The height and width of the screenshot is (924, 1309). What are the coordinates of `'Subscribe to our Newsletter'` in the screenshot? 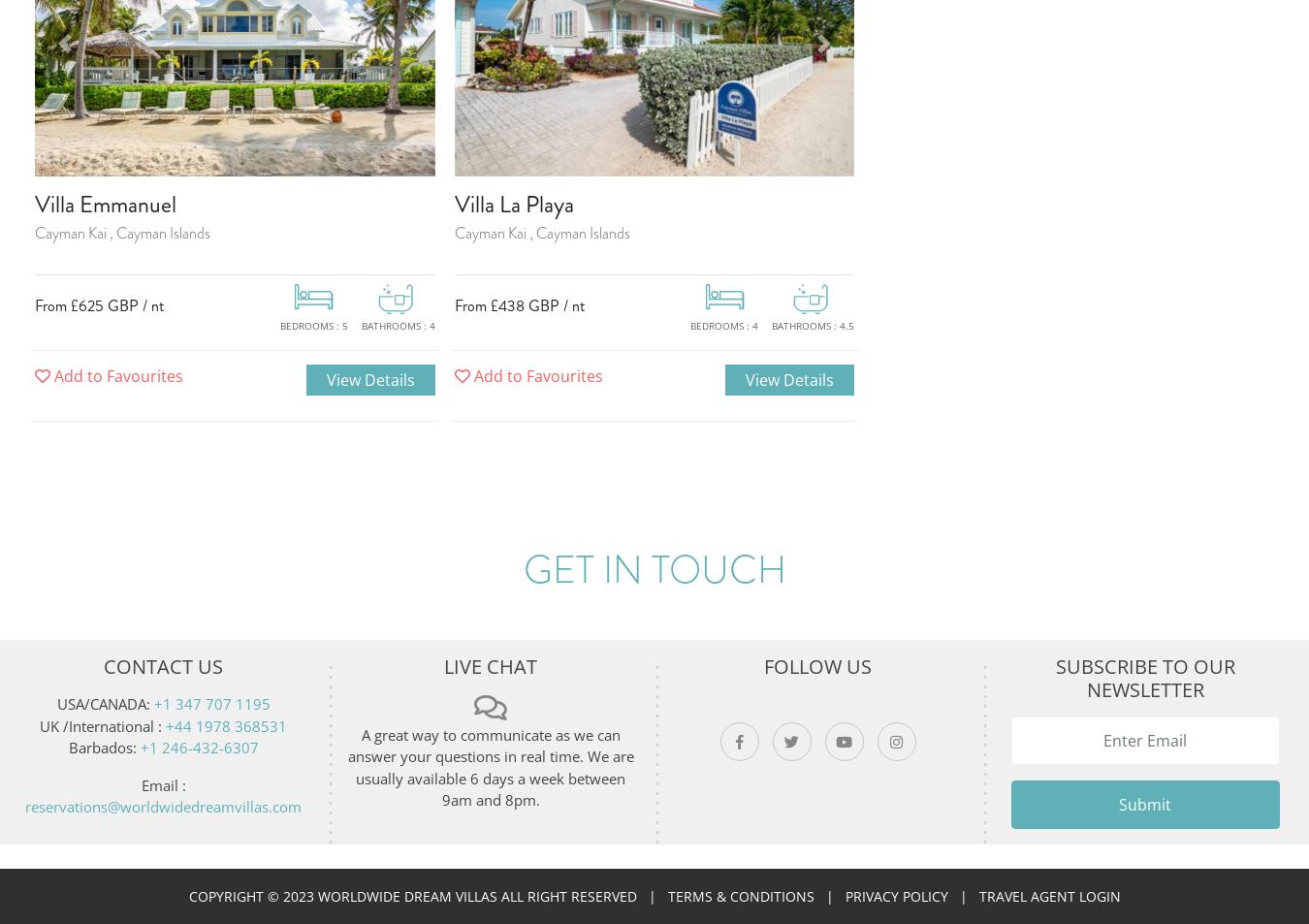 It's located at (1143, 678).